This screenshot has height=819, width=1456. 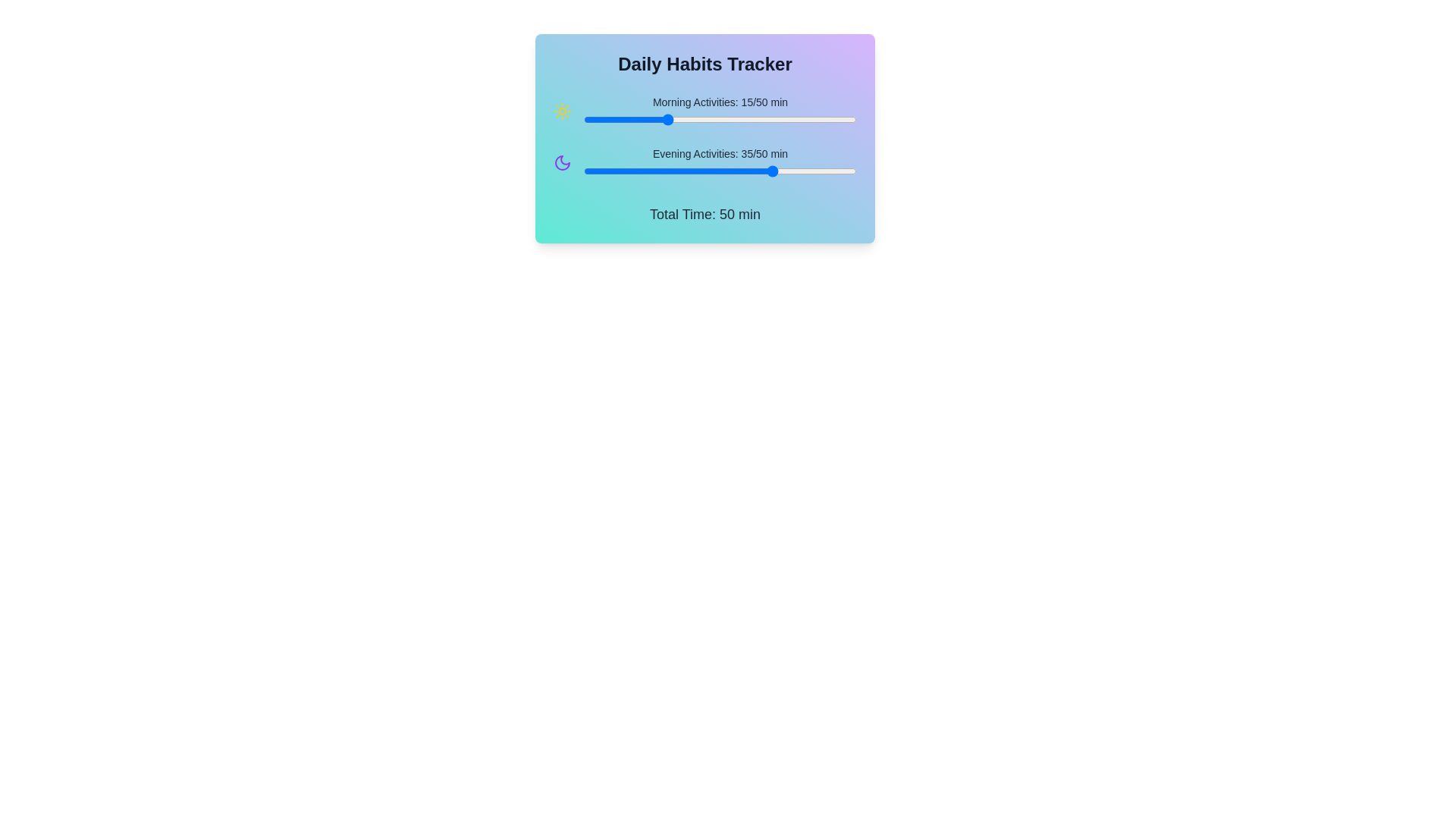 I want to click on the evening activity time, so click(x=644, y=171).